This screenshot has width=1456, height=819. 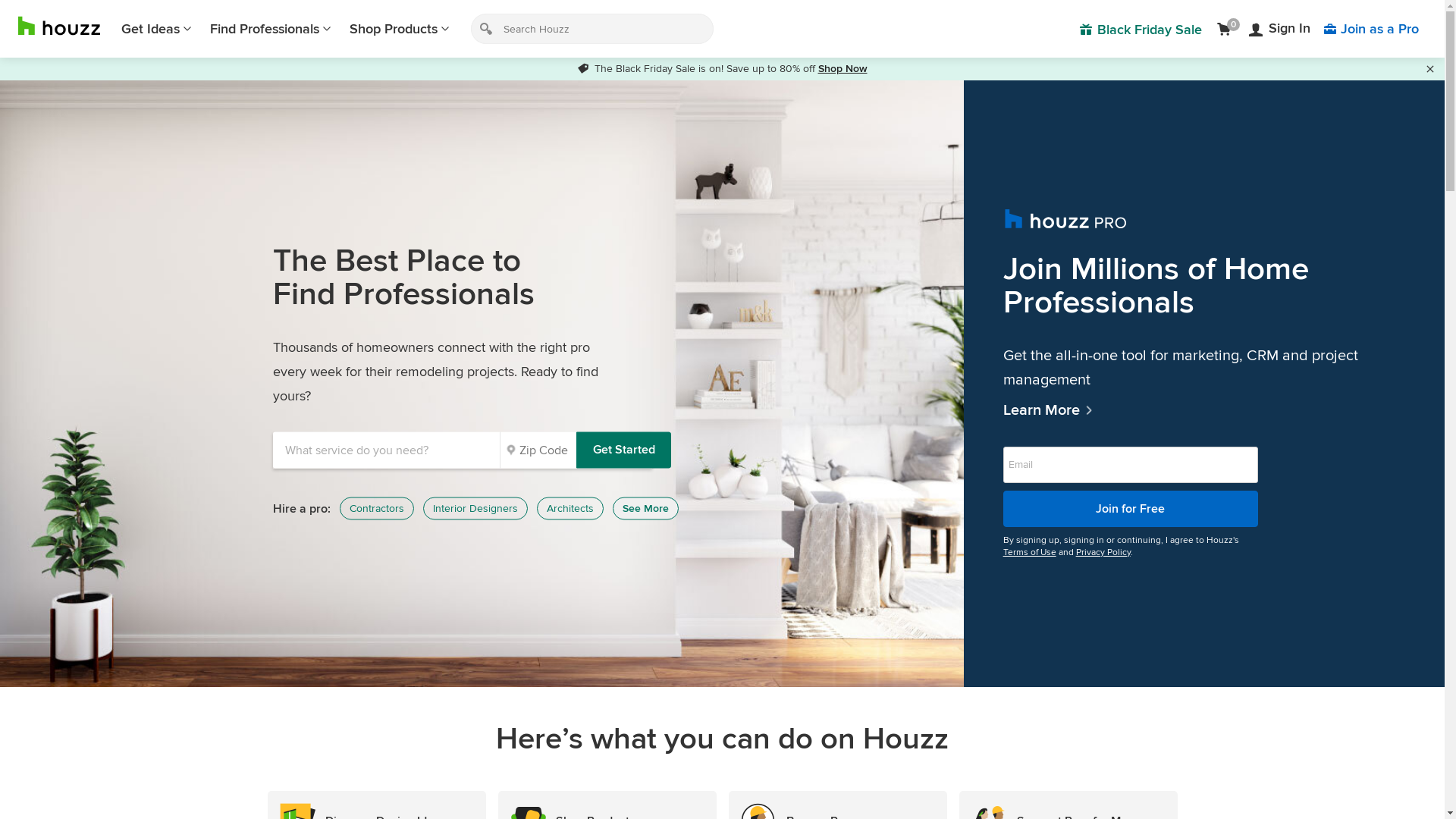 I want to click on 'Contractors', so click(x=377, y=509).